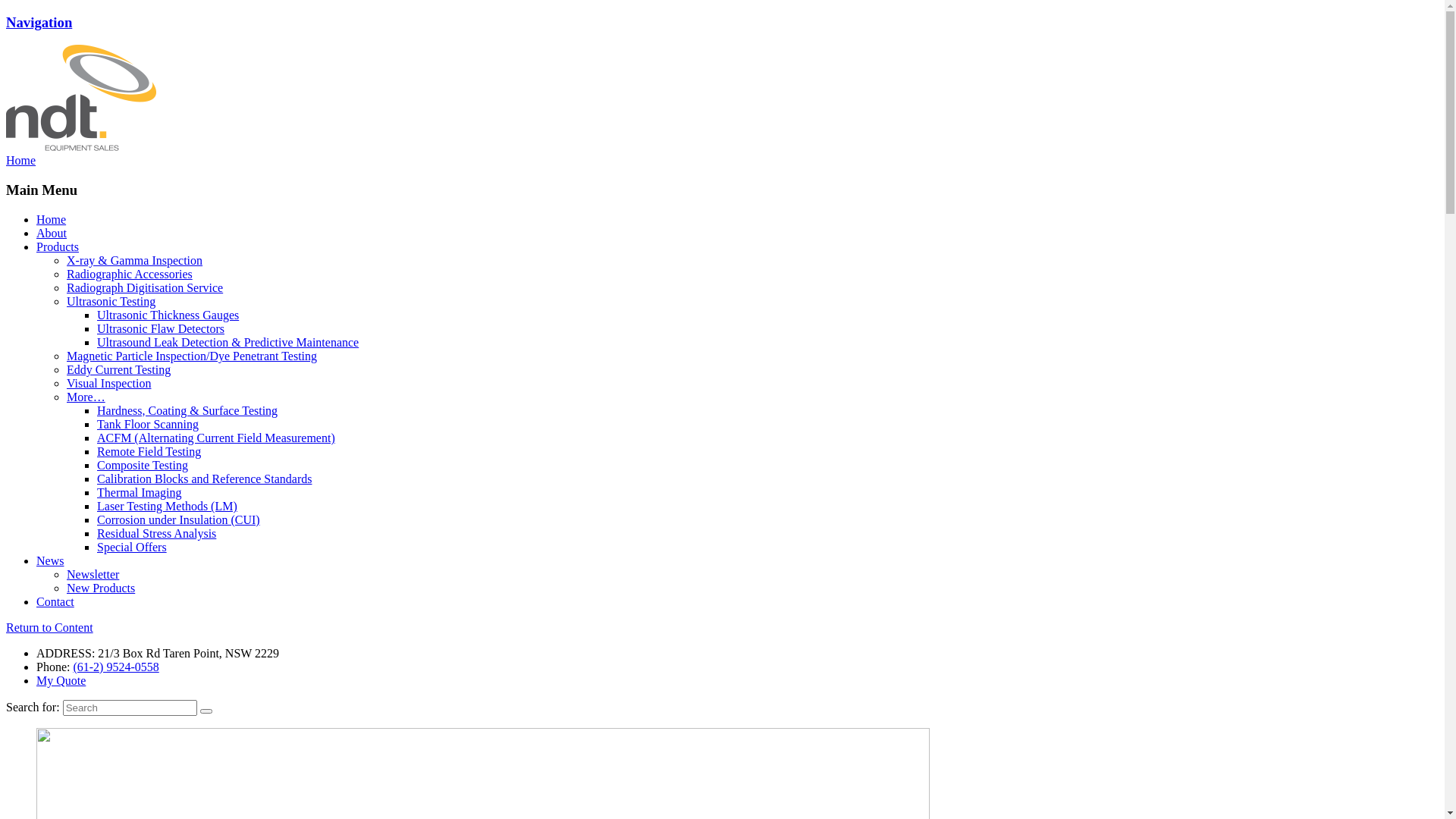  I want to click on 'Remote Field Testing', so click(149, 450).